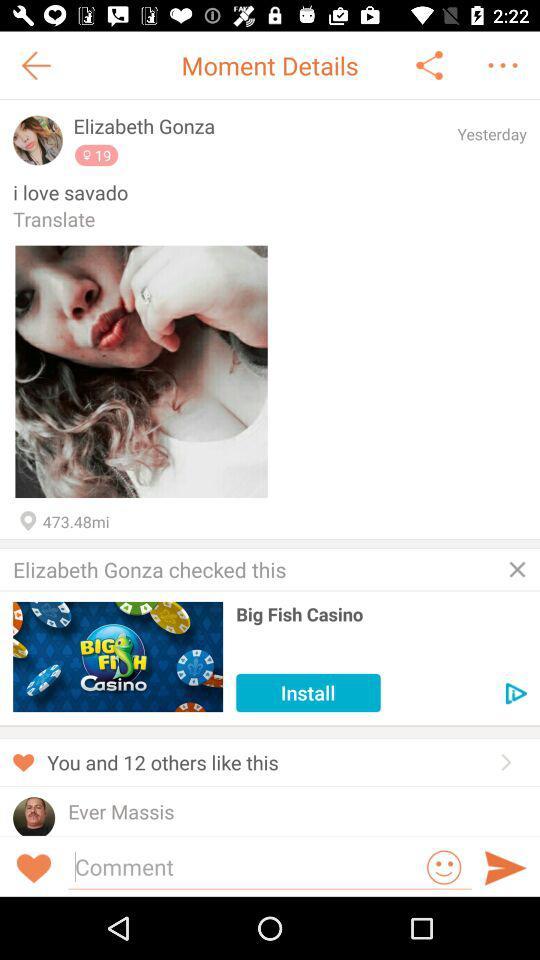 The image size is (540, 960). Describe the element at coordinates (245, 865) in the screenshot. I see `leave comment` at that location.